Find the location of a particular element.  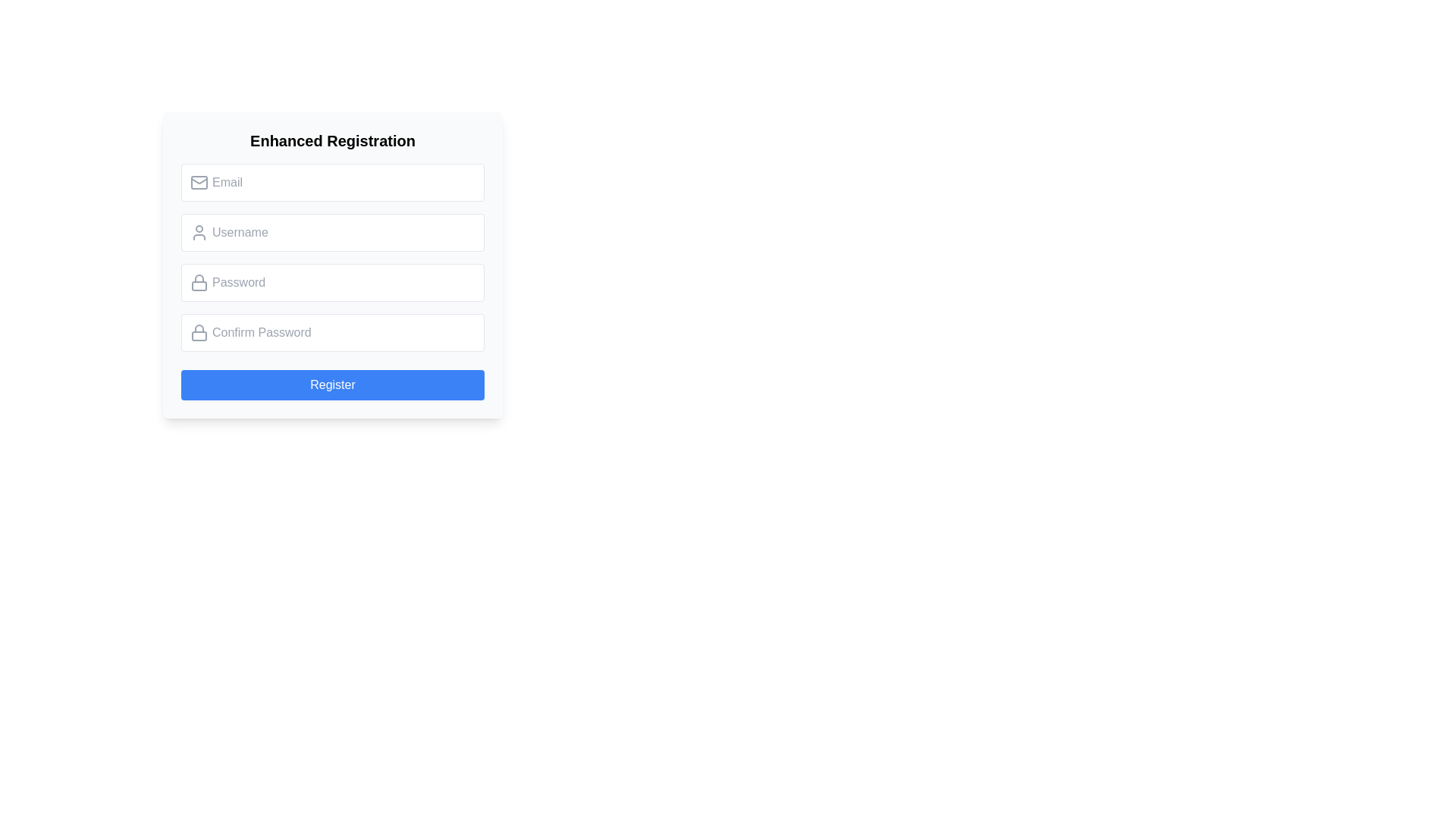

the envelope SVG icon that represents the email field, located at the left edge of the email input box is located at coordinates (199, 181).